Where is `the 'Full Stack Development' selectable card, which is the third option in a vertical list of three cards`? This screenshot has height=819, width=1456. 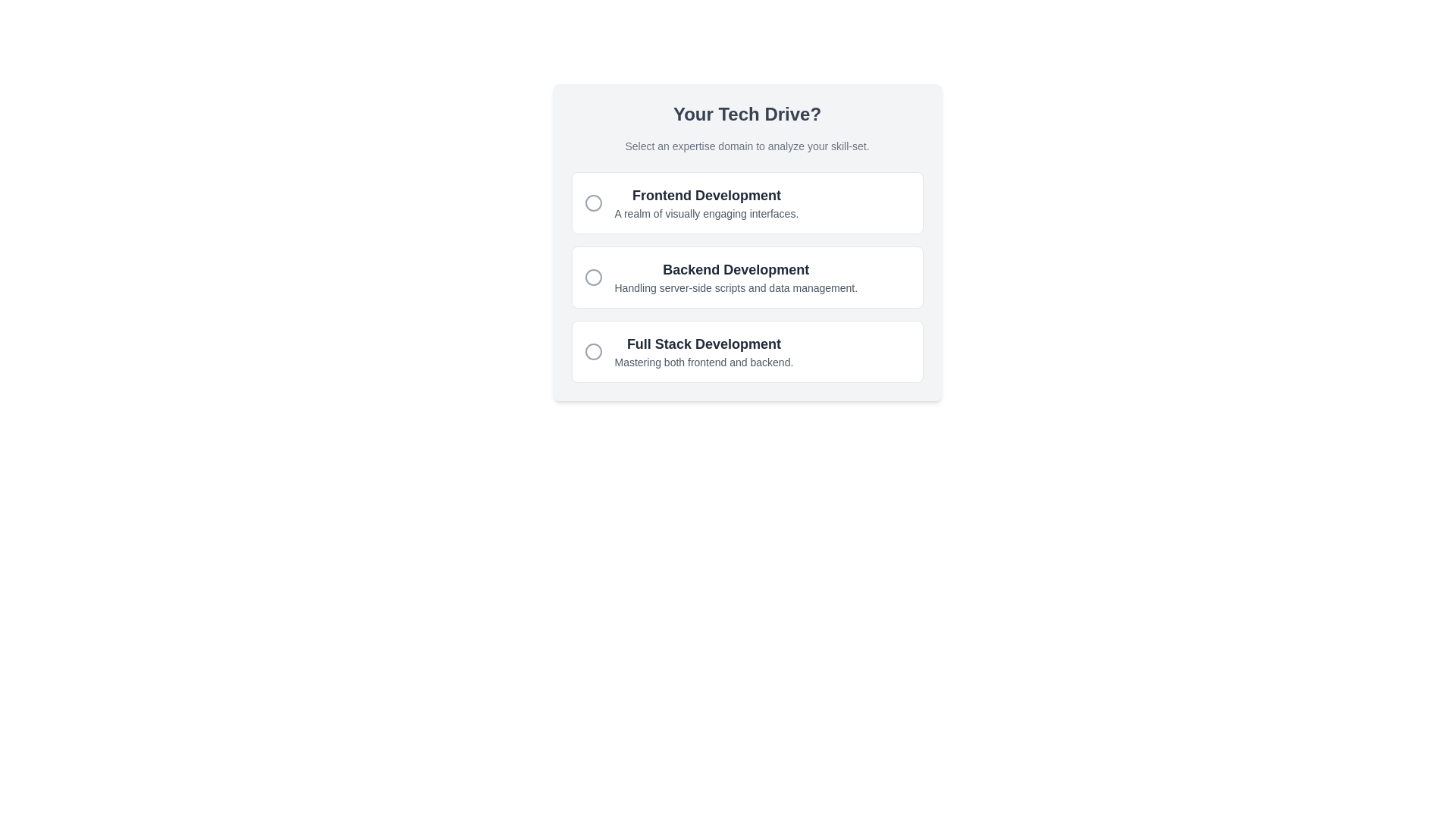 the 'Full Stack Development' selectable card, which is the third option in a vertical list of three cards is located at coordinates (747, 351).